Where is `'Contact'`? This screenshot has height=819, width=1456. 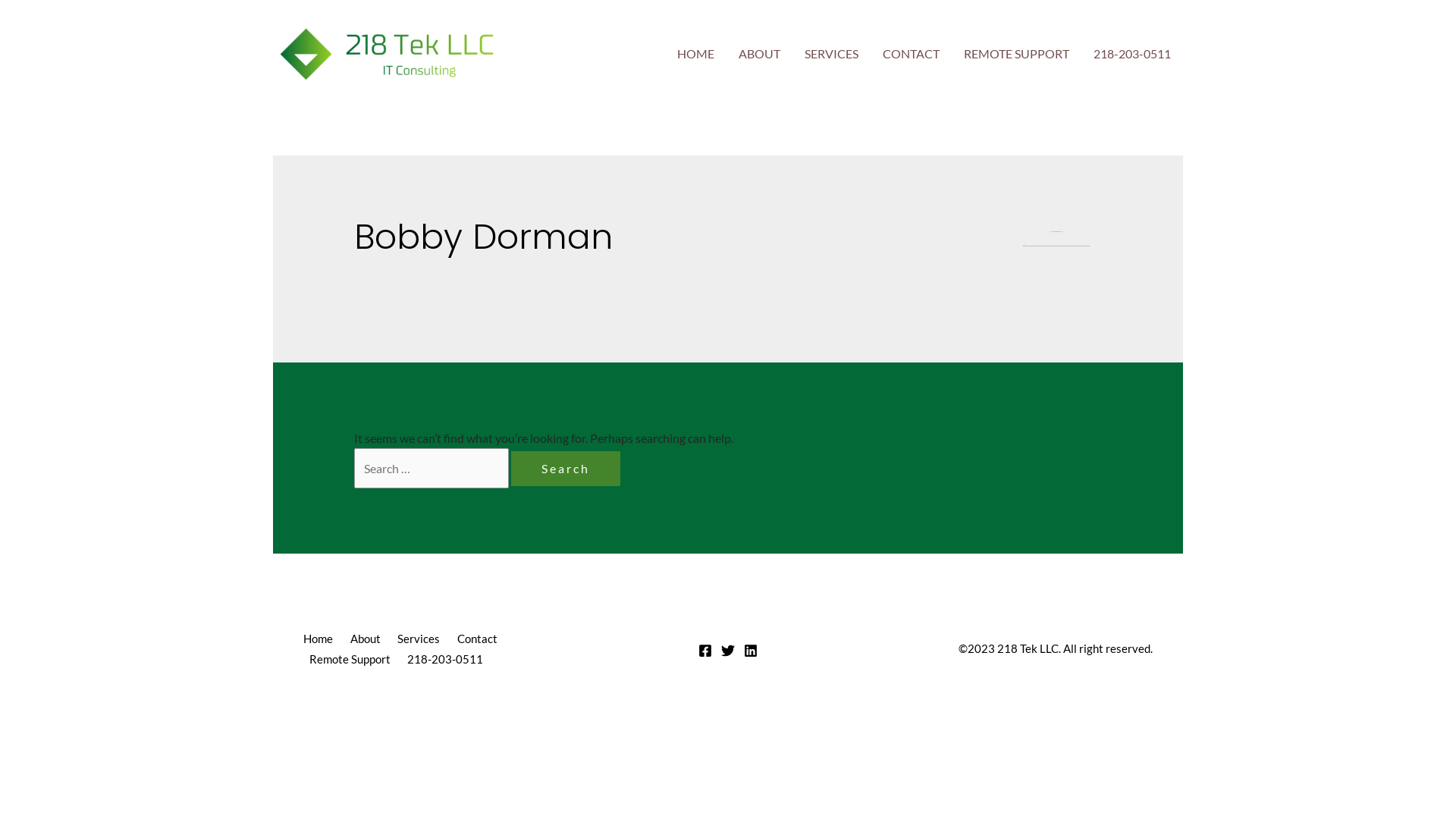
'Contact' is located at coordinates (450, 639).